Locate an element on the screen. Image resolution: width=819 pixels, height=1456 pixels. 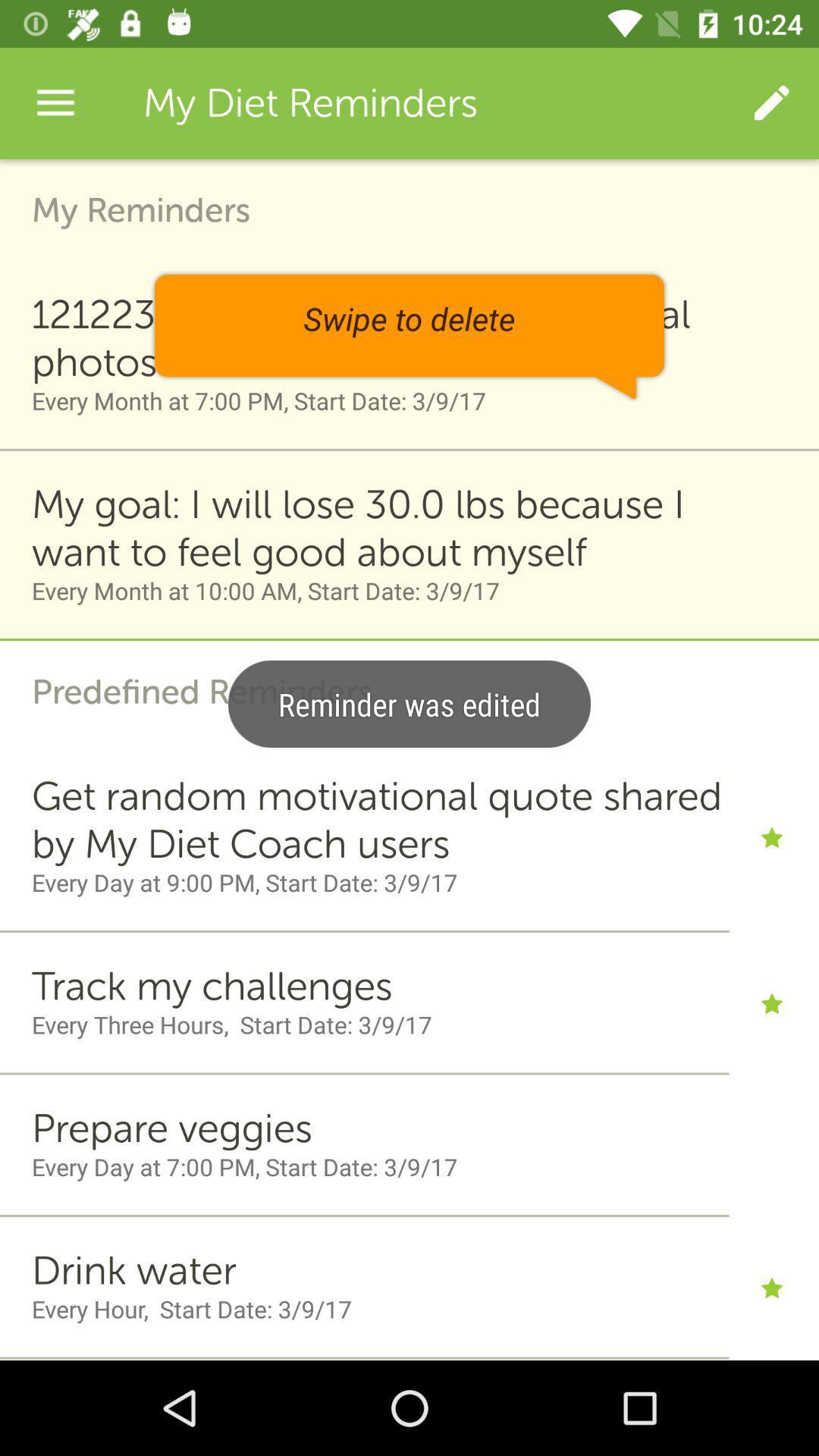
swipe to delete is located at coordinates (409, 335).